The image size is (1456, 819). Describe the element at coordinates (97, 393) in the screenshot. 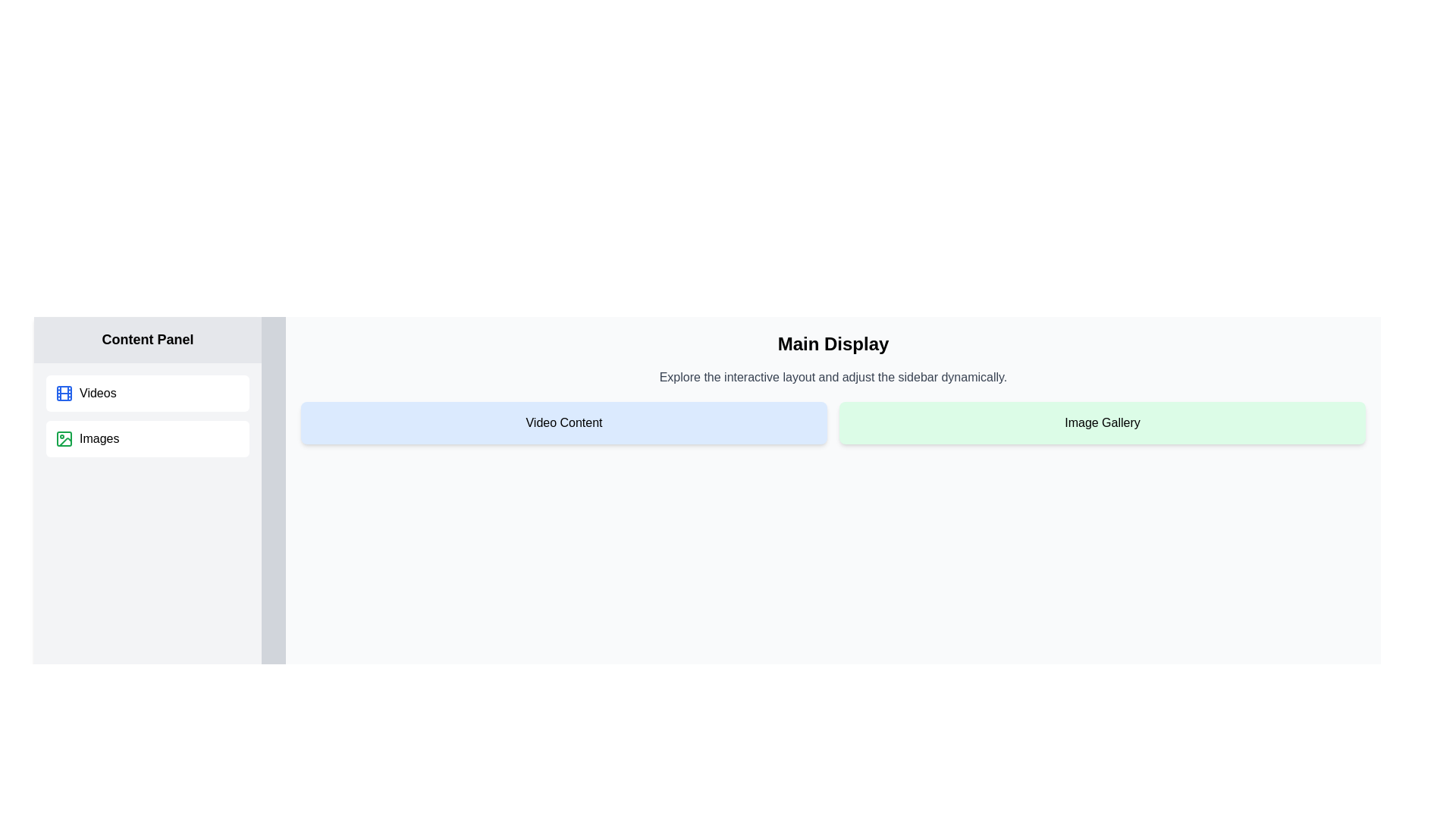

I see `over the text element displaying 'Videos' in the left sidebar of the Content Panel, which is located above the 'Images' item and next` at that location.